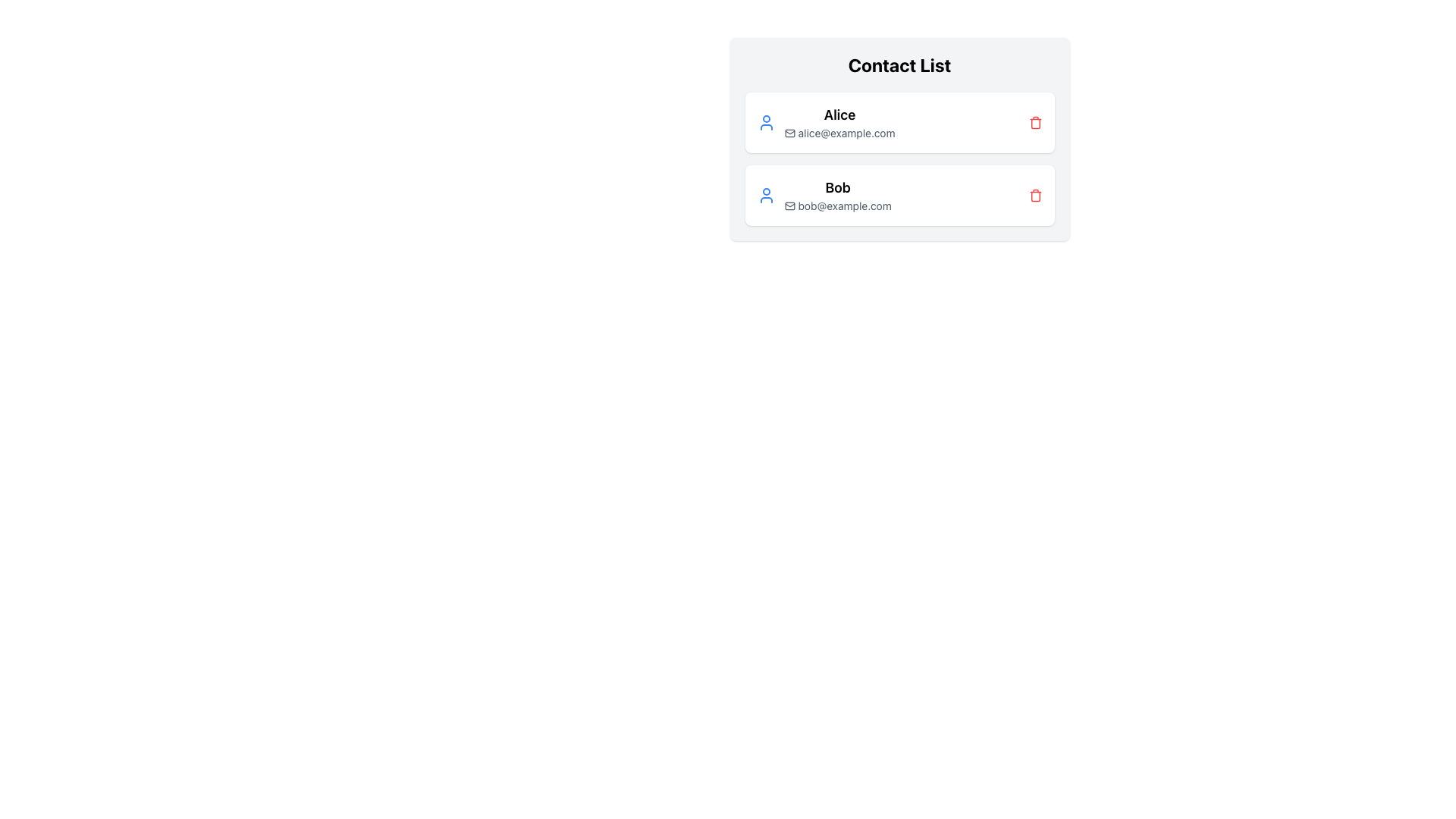  Describe the element at coordinates (899, 64) in the screenshot. I see `the heading text element styled in bold and large font that reads 'Contact List', located at the top center of the contact information section` at that location.